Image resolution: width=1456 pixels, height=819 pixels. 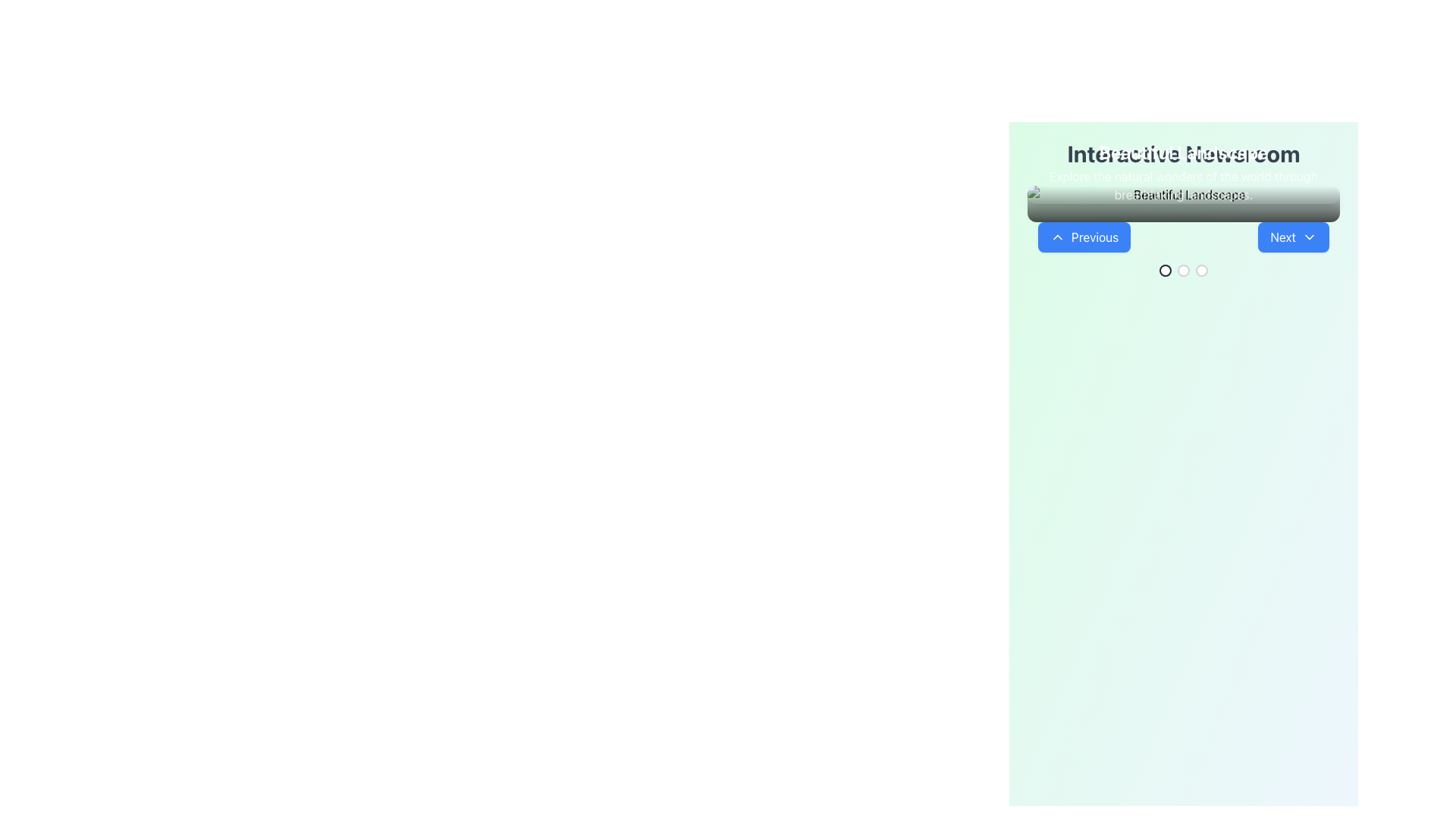 What do you see at coordinates (1309, 237) in the screenshot?
I see `the chevron icon located at the right end of the 'Next' button` at bounding box center [1309, 237].